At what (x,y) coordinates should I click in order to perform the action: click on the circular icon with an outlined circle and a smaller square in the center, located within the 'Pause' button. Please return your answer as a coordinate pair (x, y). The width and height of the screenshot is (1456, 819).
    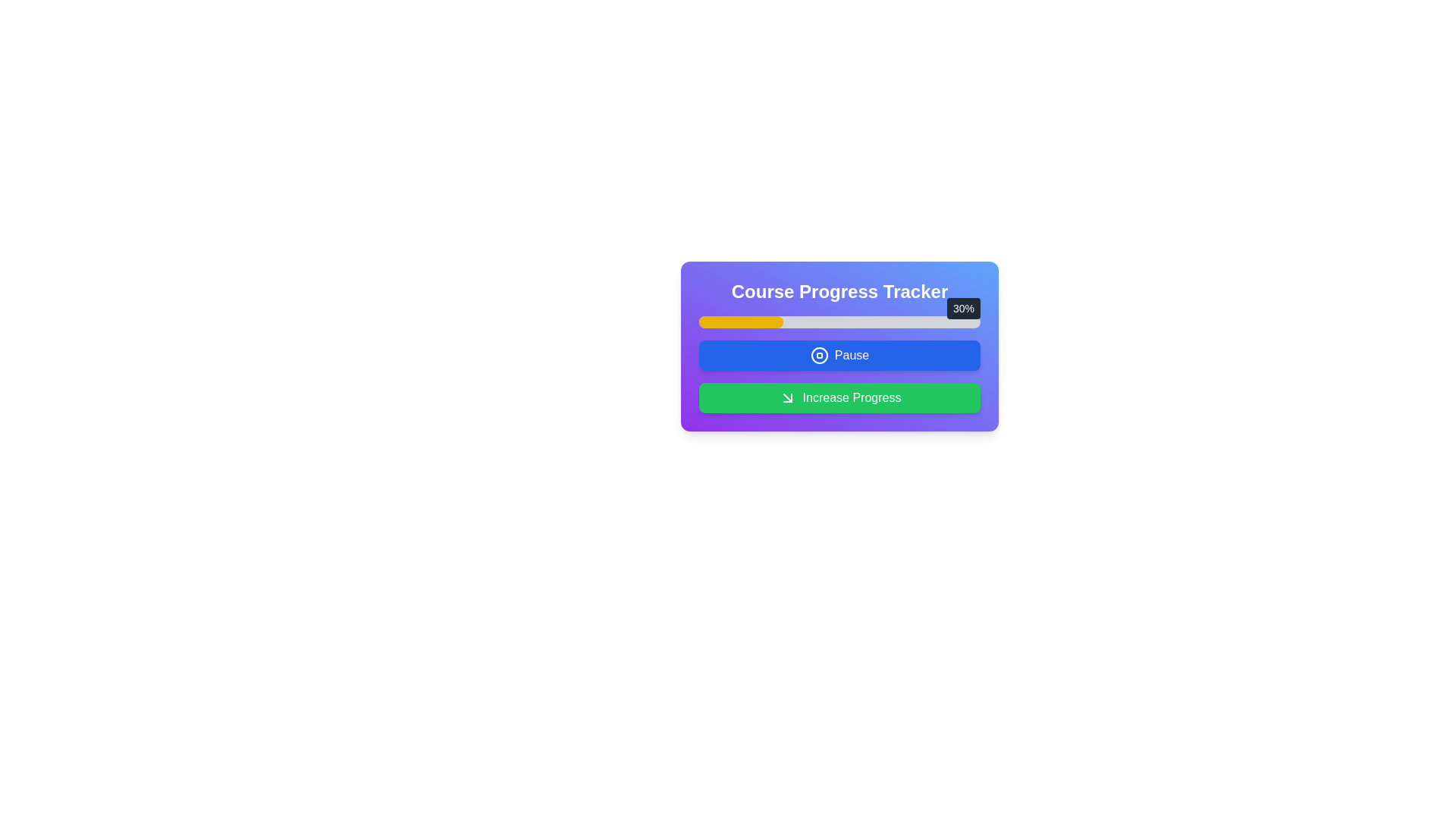
    Looking at the image, I should click on (818, 356).